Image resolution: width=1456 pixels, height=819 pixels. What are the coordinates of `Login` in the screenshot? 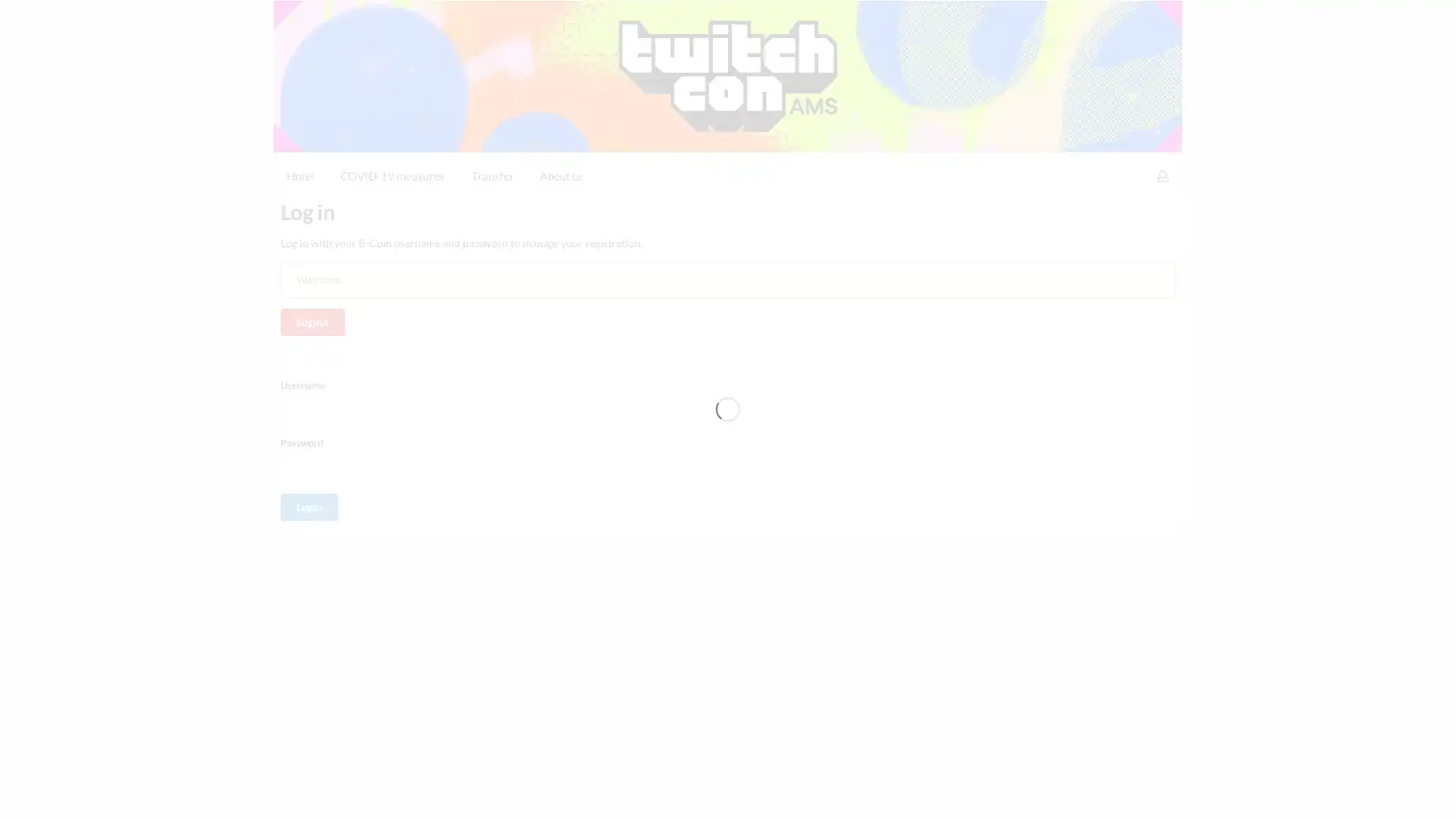 It's located at (309, 390).